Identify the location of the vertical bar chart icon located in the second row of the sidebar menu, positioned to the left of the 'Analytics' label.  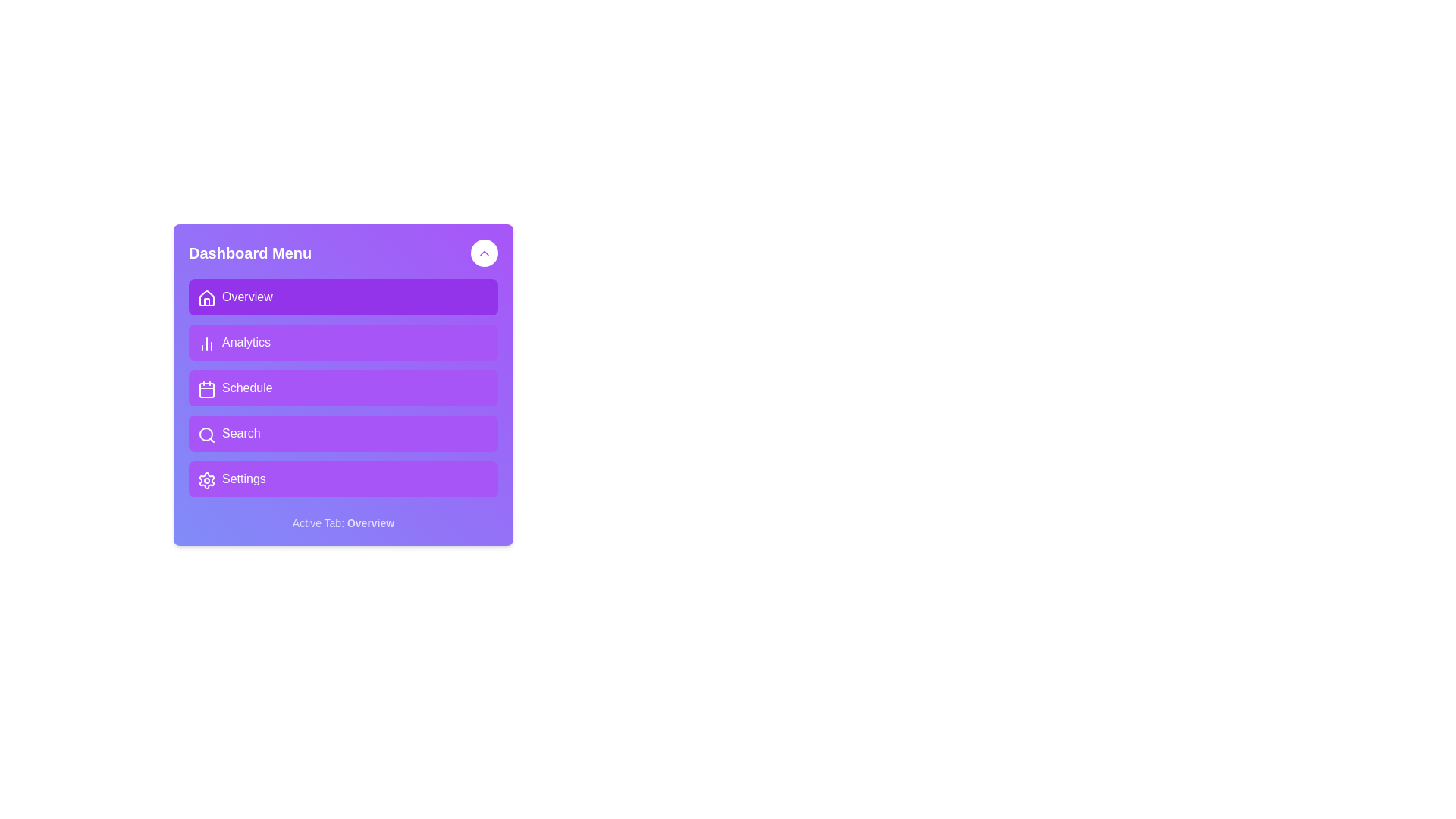
(206, 344).